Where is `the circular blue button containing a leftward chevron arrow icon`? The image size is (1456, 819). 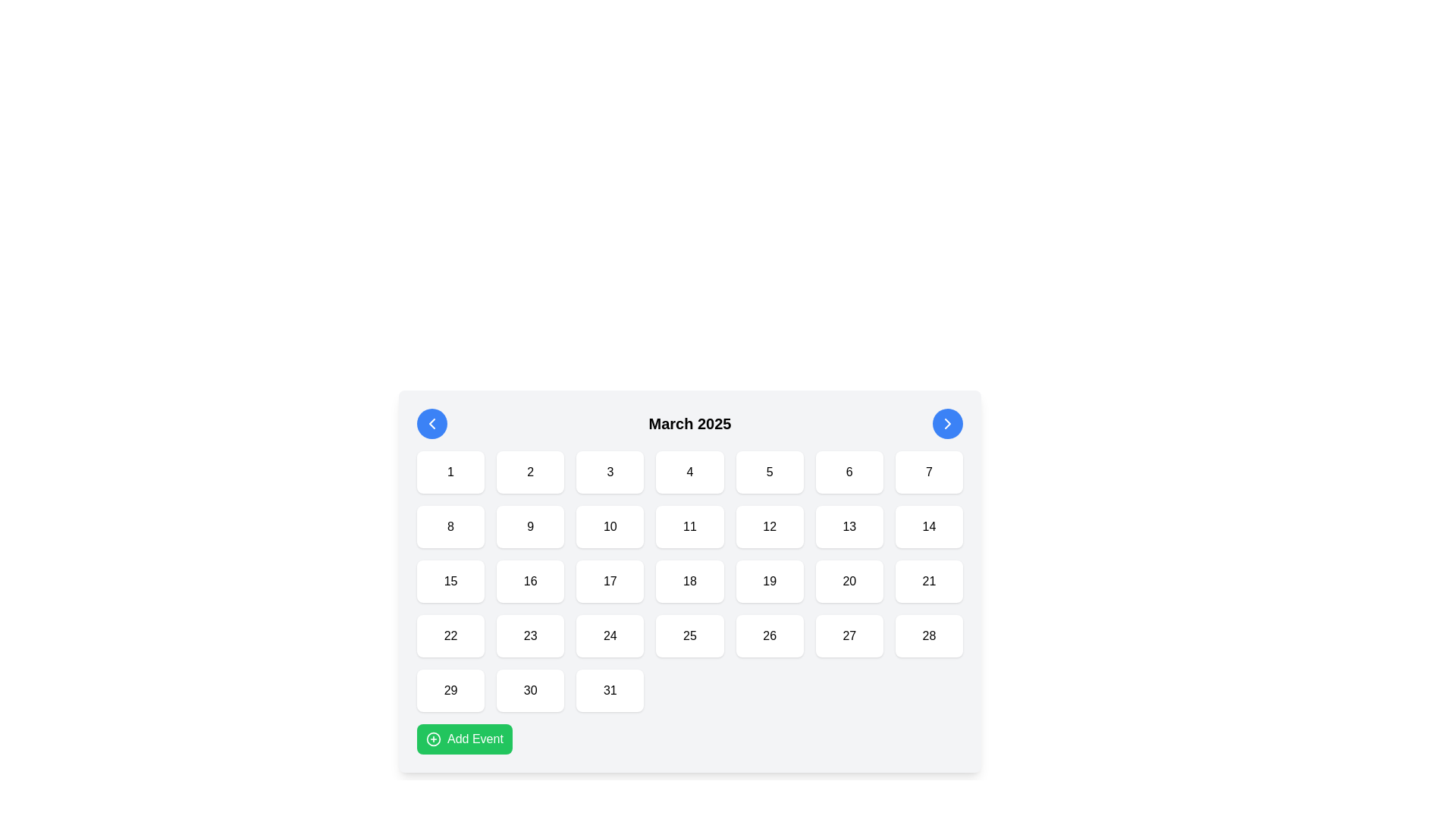 the circular blue button containing a leftward chevron arrow icon is located at coordinates (431, 424).